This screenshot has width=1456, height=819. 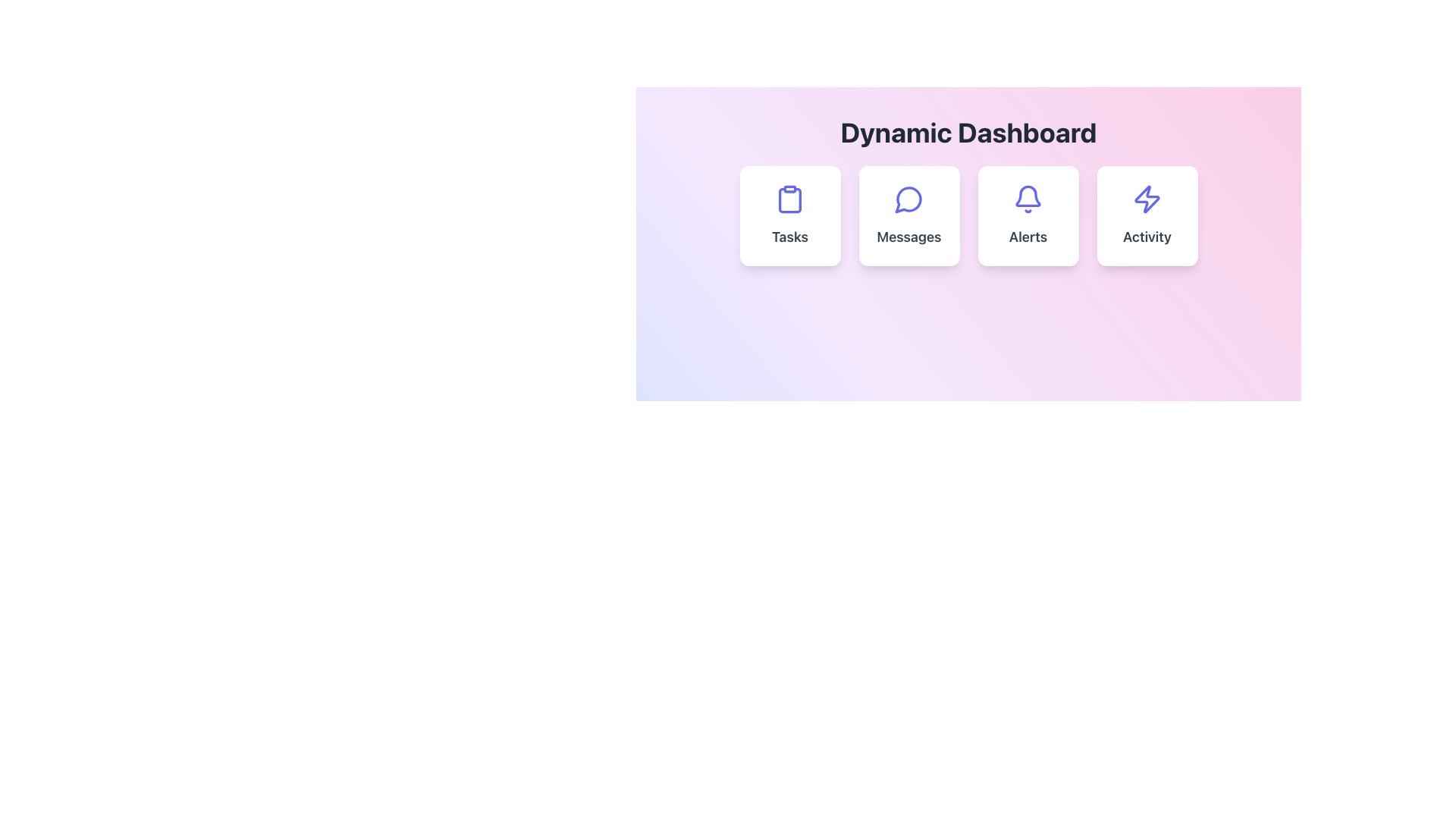 What do you see at coordinates (909, 216) in the screenshot?
I see `the 'Messages' button, which is a card widget with a blue speech bubble icon and bold dark gray text, located as the second card in a horizontal grid between 'Tasks' and 'Alerts'` at bounding box center [909, 216].